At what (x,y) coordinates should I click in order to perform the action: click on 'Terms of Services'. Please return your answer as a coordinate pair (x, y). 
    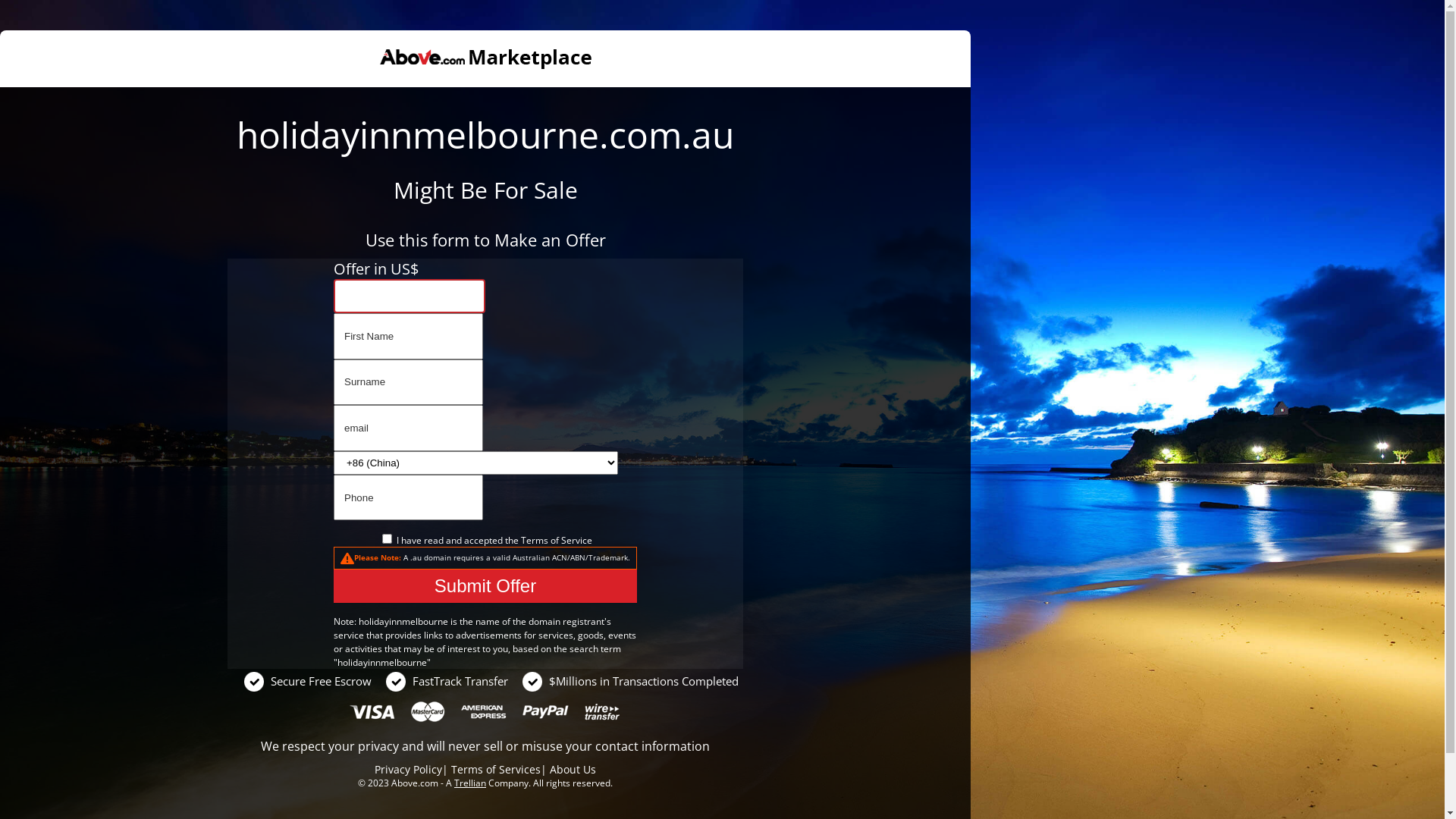
    Looking at the image, I should click on (495, 769).